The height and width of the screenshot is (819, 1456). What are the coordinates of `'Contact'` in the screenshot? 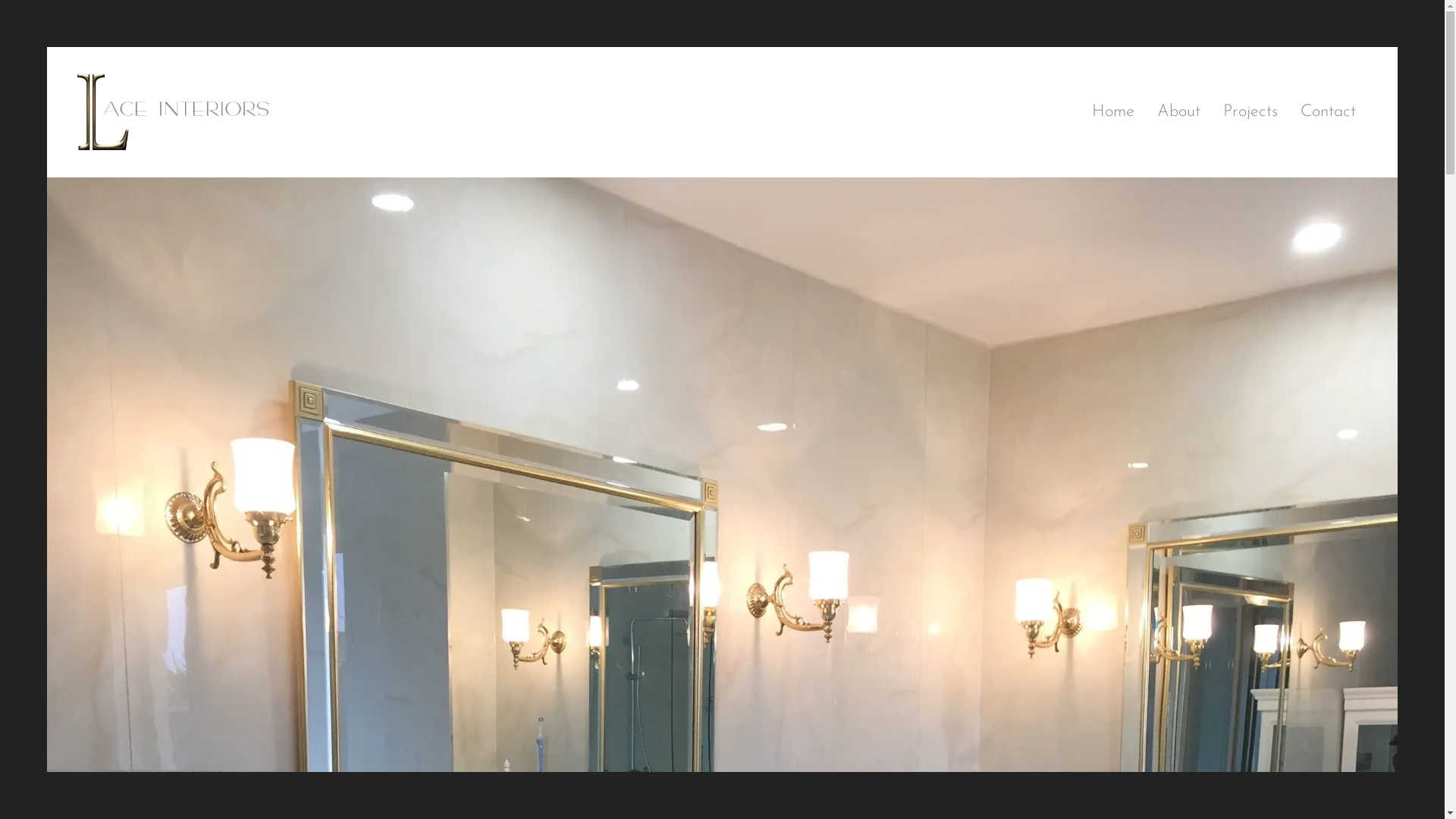 It's located at (1288, 111).